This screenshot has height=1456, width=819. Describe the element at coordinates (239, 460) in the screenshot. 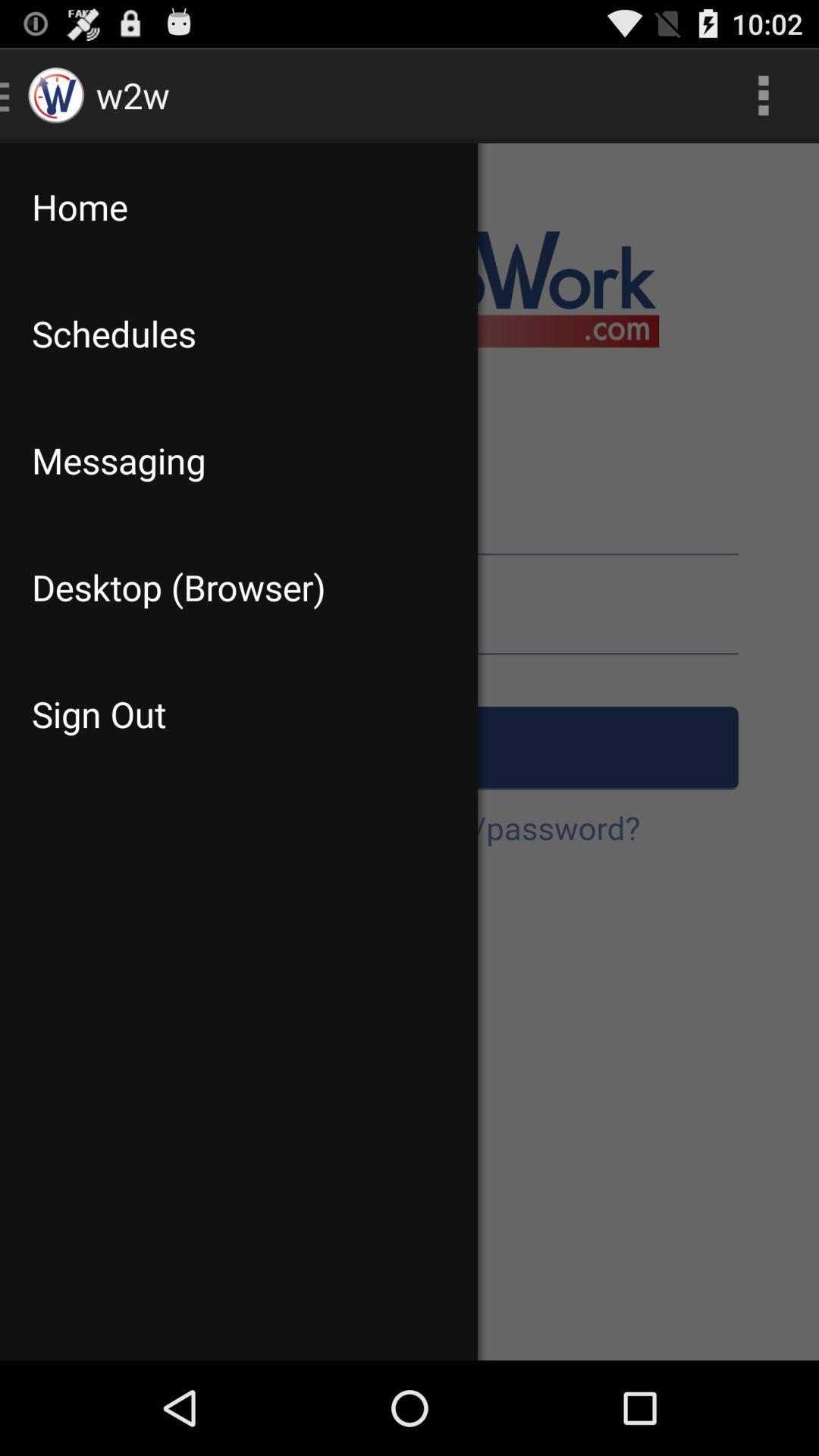

I see `the item below schedules item` at that location.